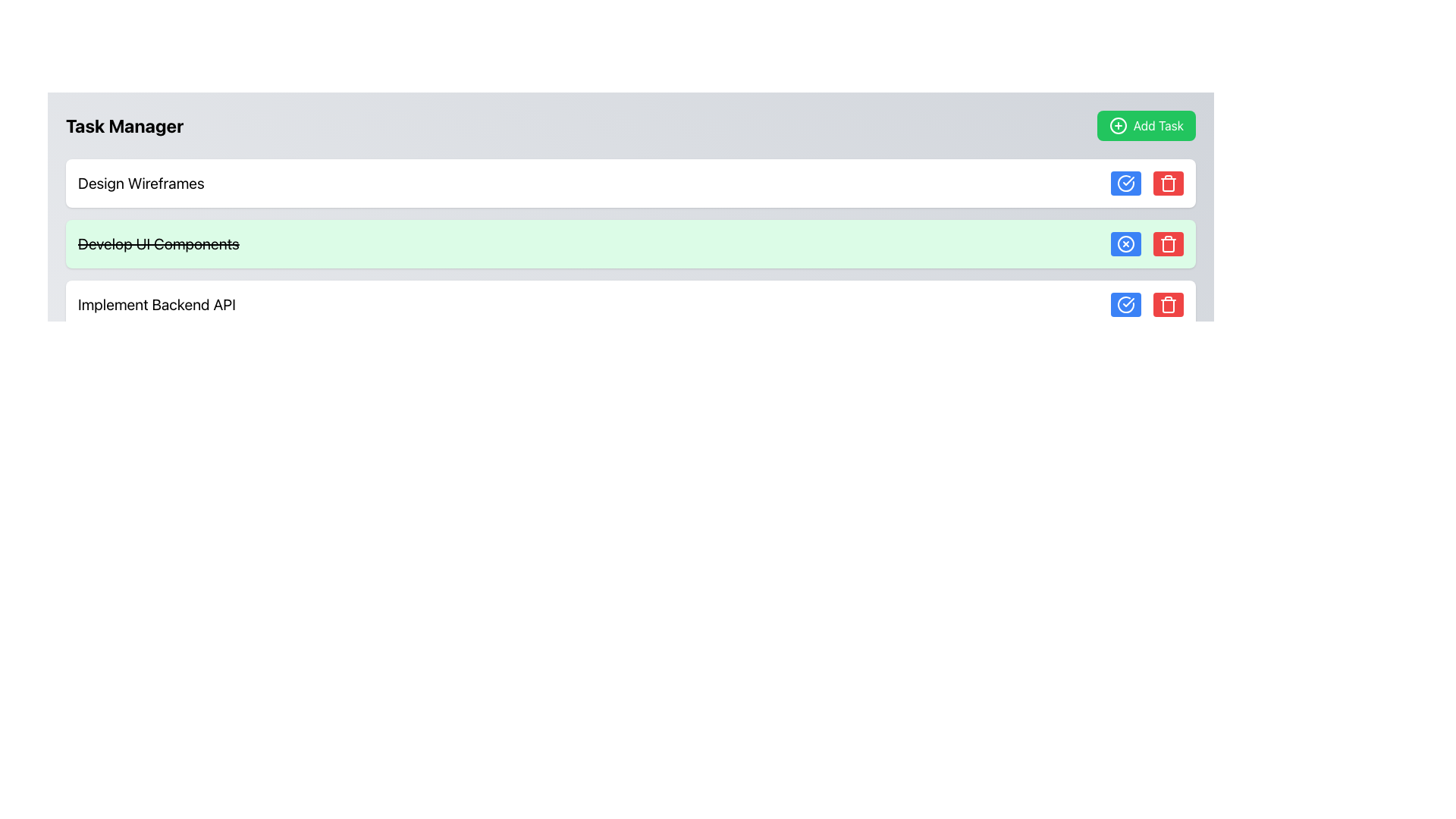 The height and width of the screenshot is (819, 1456). I want to click on the graphical icon associated with the 'Add Task' button located at the top-right corner of the interface above the task list, so click(1118, 124).